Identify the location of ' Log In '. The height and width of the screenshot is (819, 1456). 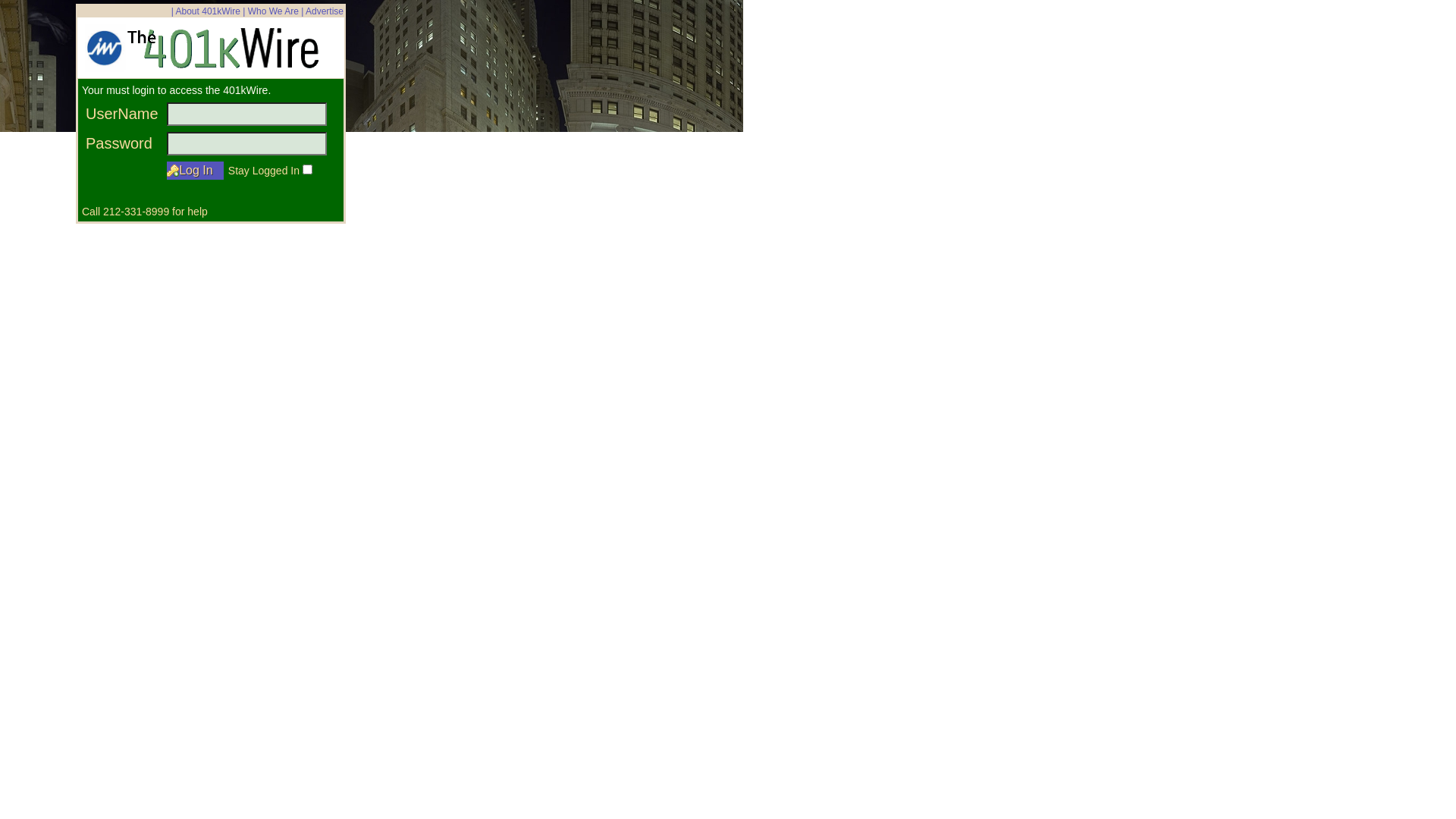
(194, 170).